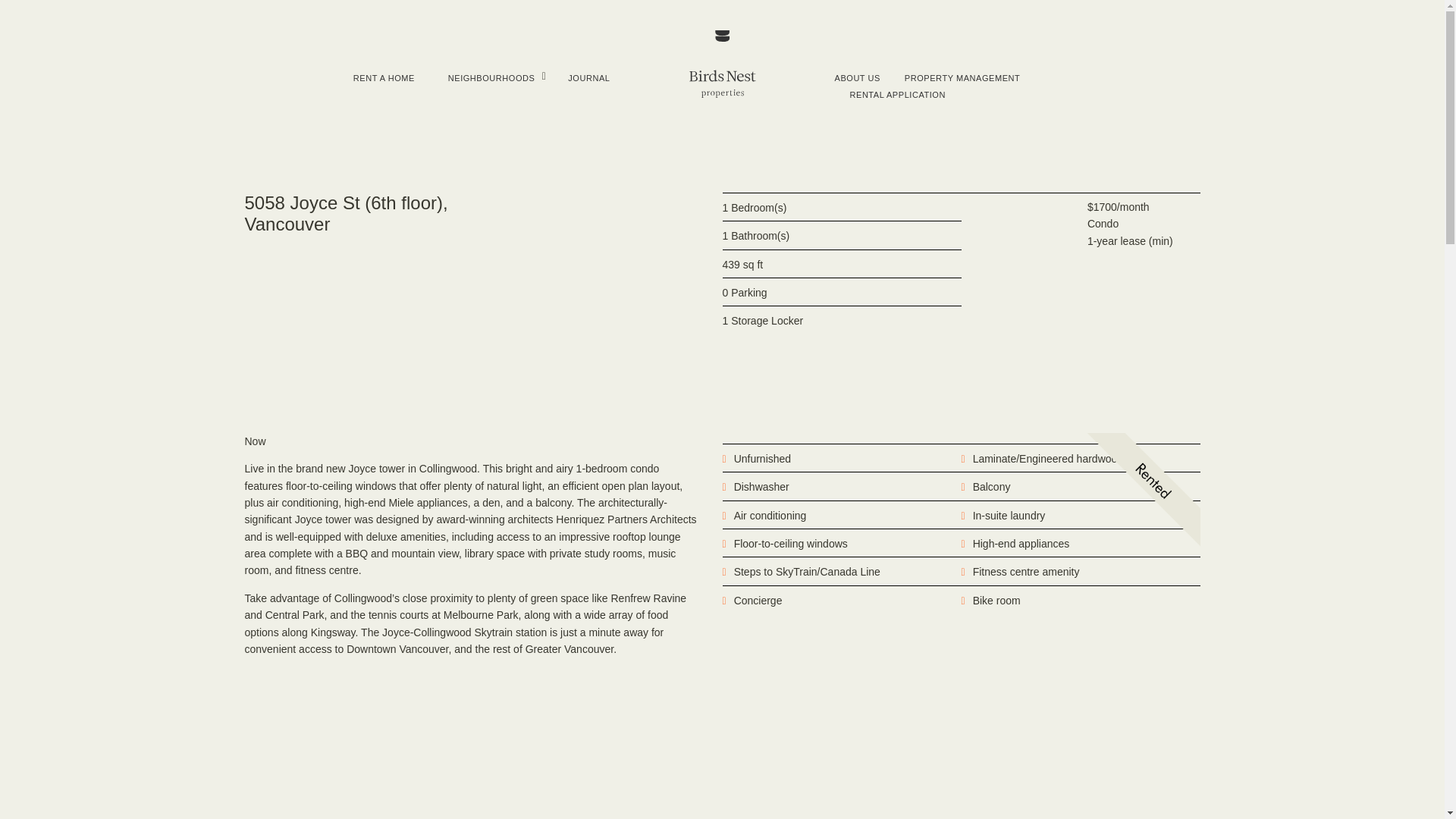 Image resolution: width=1456 pixels, height=819 pixels. Describe the element at coordinates (848, 94) in the screenshot. I see `'RENTAL APPLICATION'` at that location.